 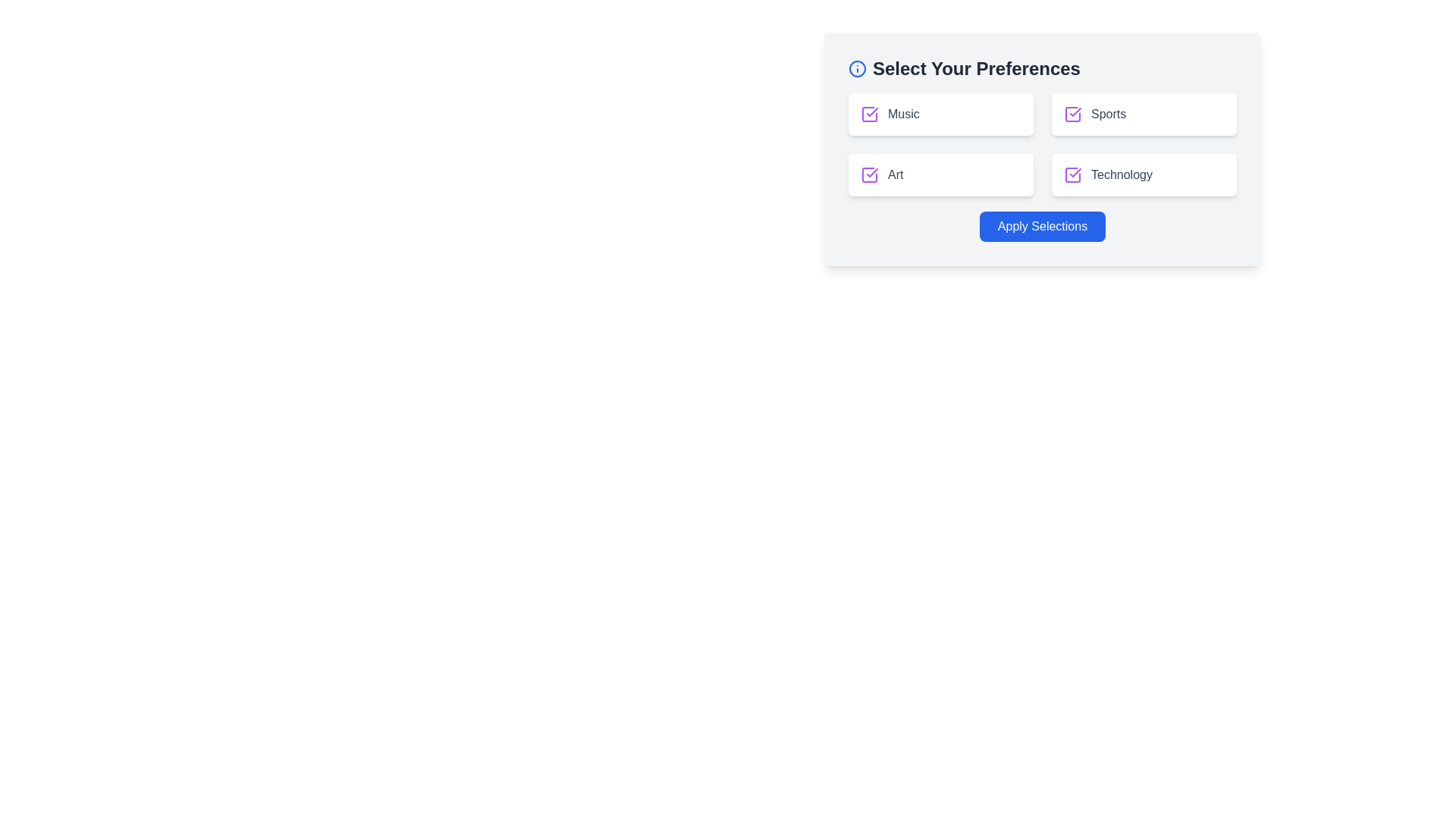 What do you see at coordinates (896, 174) in the screenshot?
I see `the 'Art' label, which is displayed in a medium bold gray font and is located next to a checked purple checkbox in the 'Select Your Preferences' form` at bounding box center [896, 174].